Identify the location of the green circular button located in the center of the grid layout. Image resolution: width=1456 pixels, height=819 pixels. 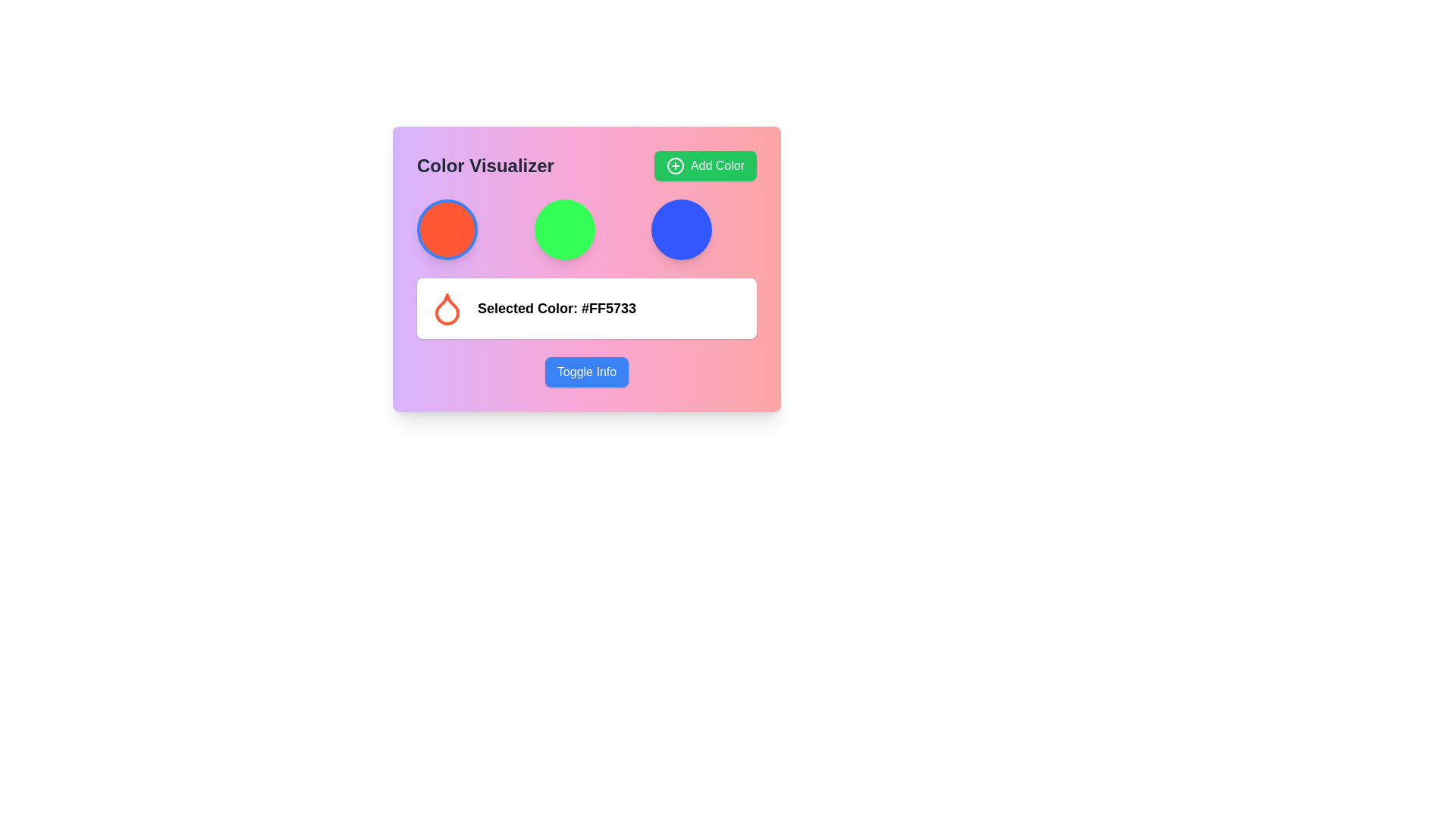
(563, 230).